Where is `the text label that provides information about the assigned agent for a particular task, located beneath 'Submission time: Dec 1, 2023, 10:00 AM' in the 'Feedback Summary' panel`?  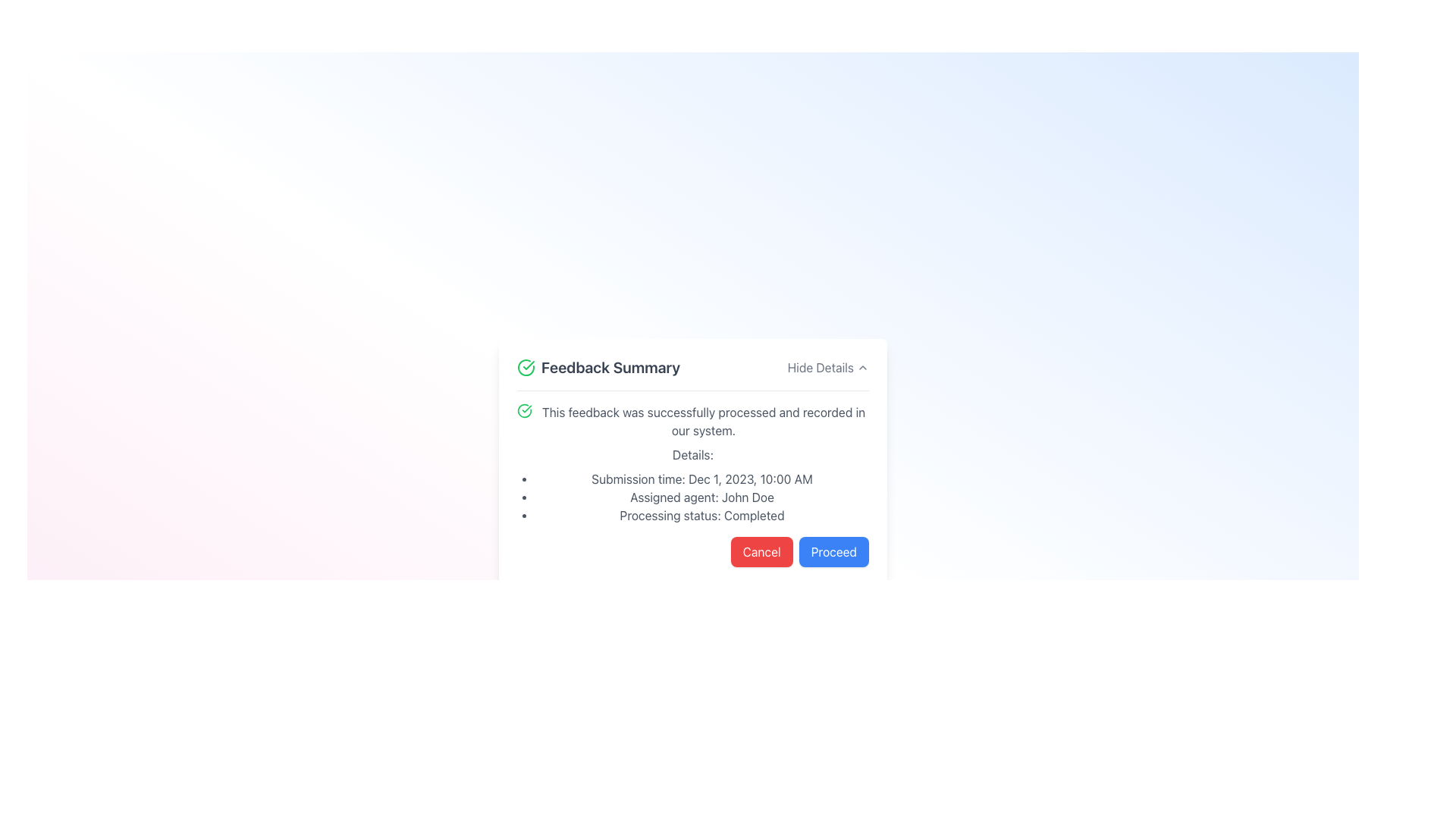
the text label that provides information about the assigned agent for a particular task, located beneath 'Submission time: Dec 1, 2023, 10:00 AM' in the 'Feedback Summary' panel is located at coordinates (701, 497).